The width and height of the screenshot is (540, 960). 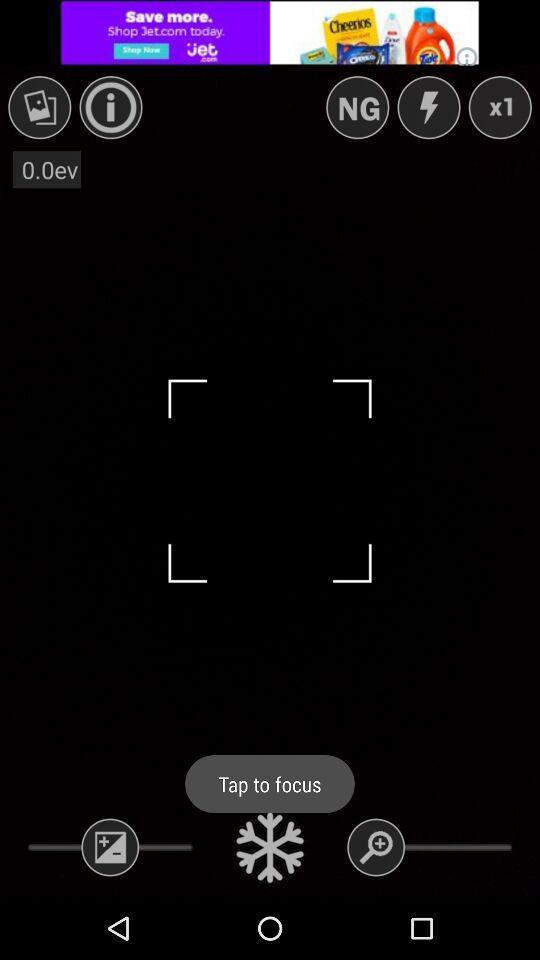 I want to click on take photo button, so click(x=270, y=846).